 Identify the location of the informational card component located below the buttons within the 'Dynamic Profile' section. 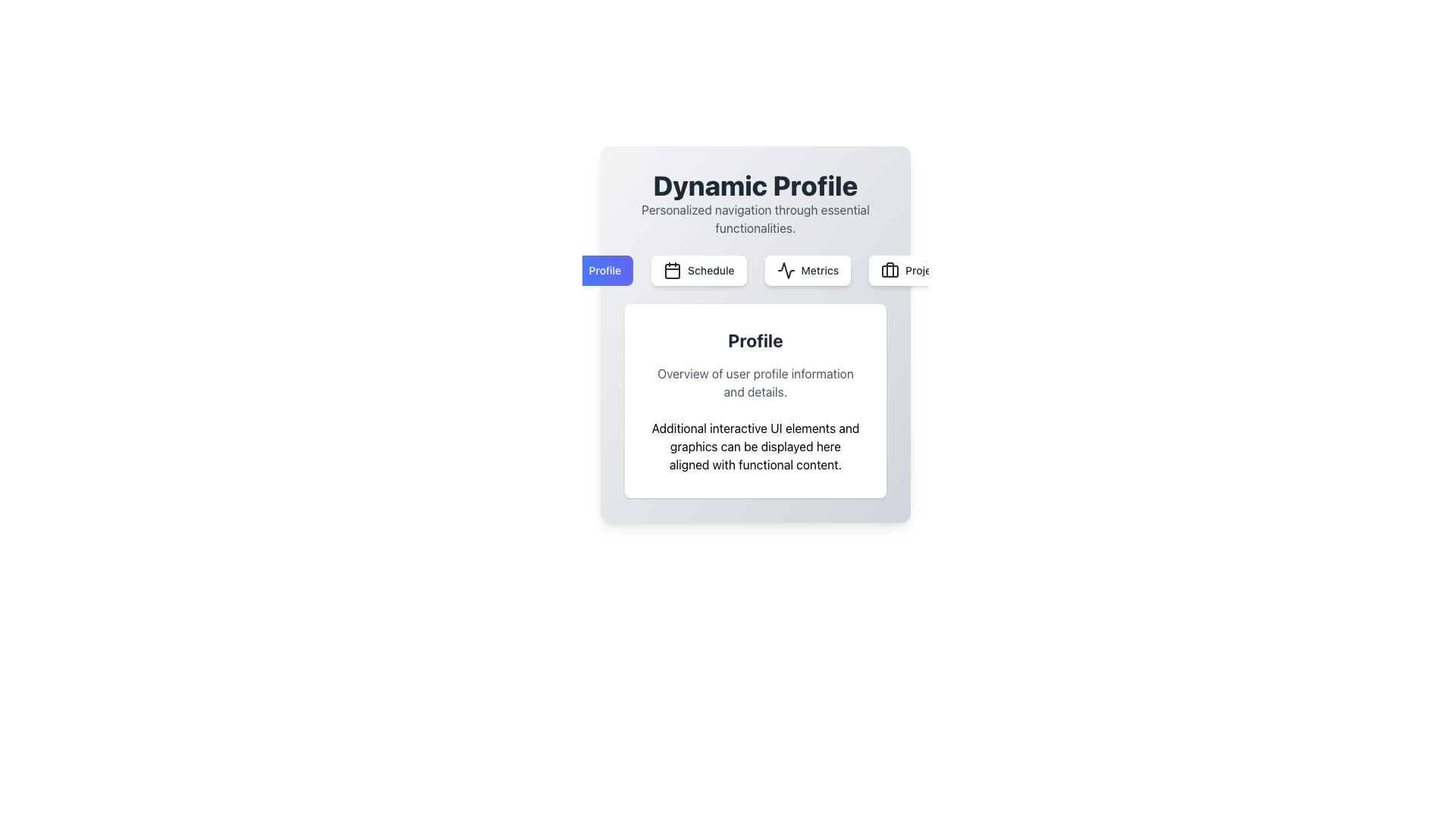
(755, 400).